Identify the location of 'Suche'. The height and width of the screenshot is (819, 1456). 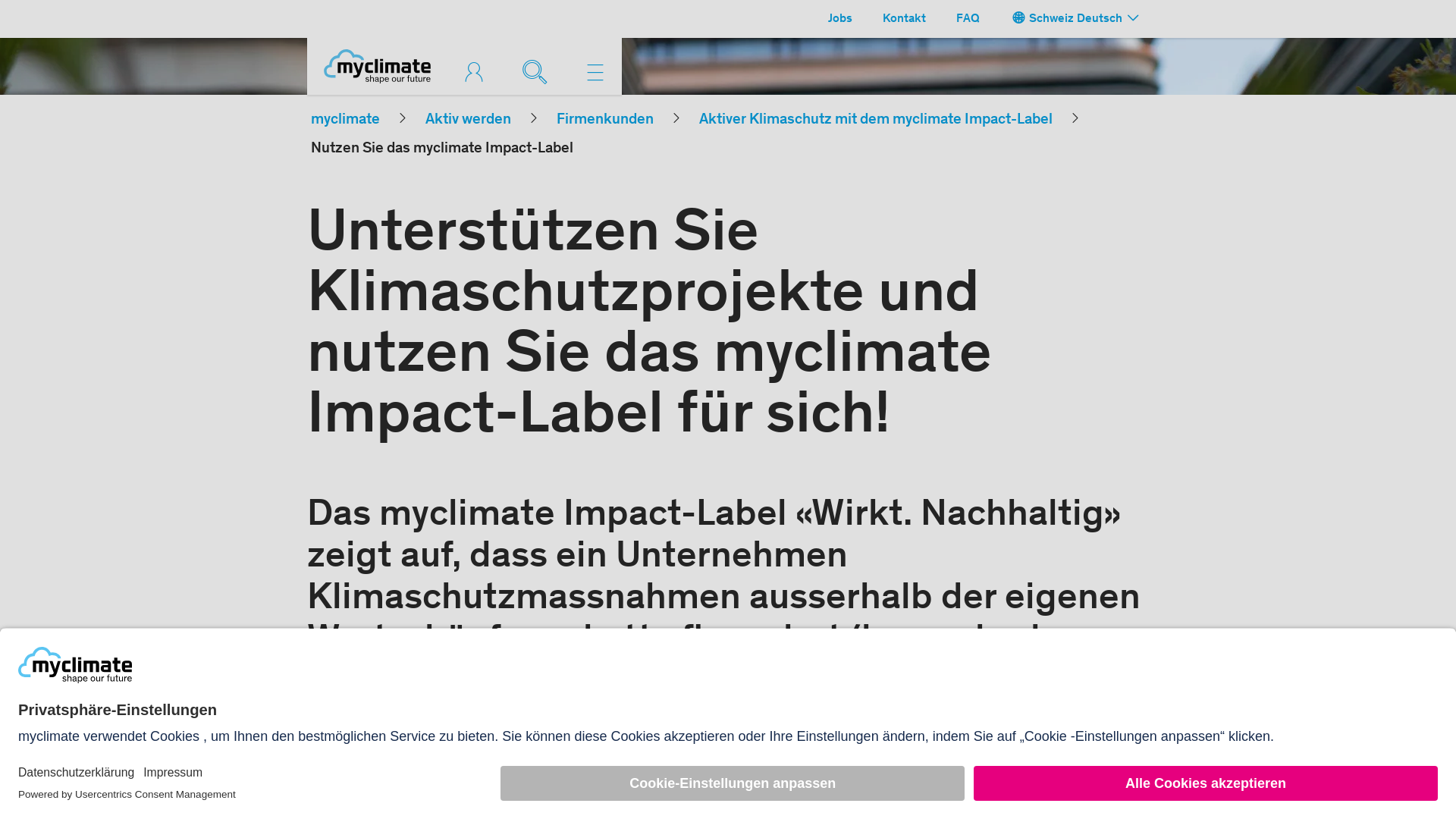
(538, 70).